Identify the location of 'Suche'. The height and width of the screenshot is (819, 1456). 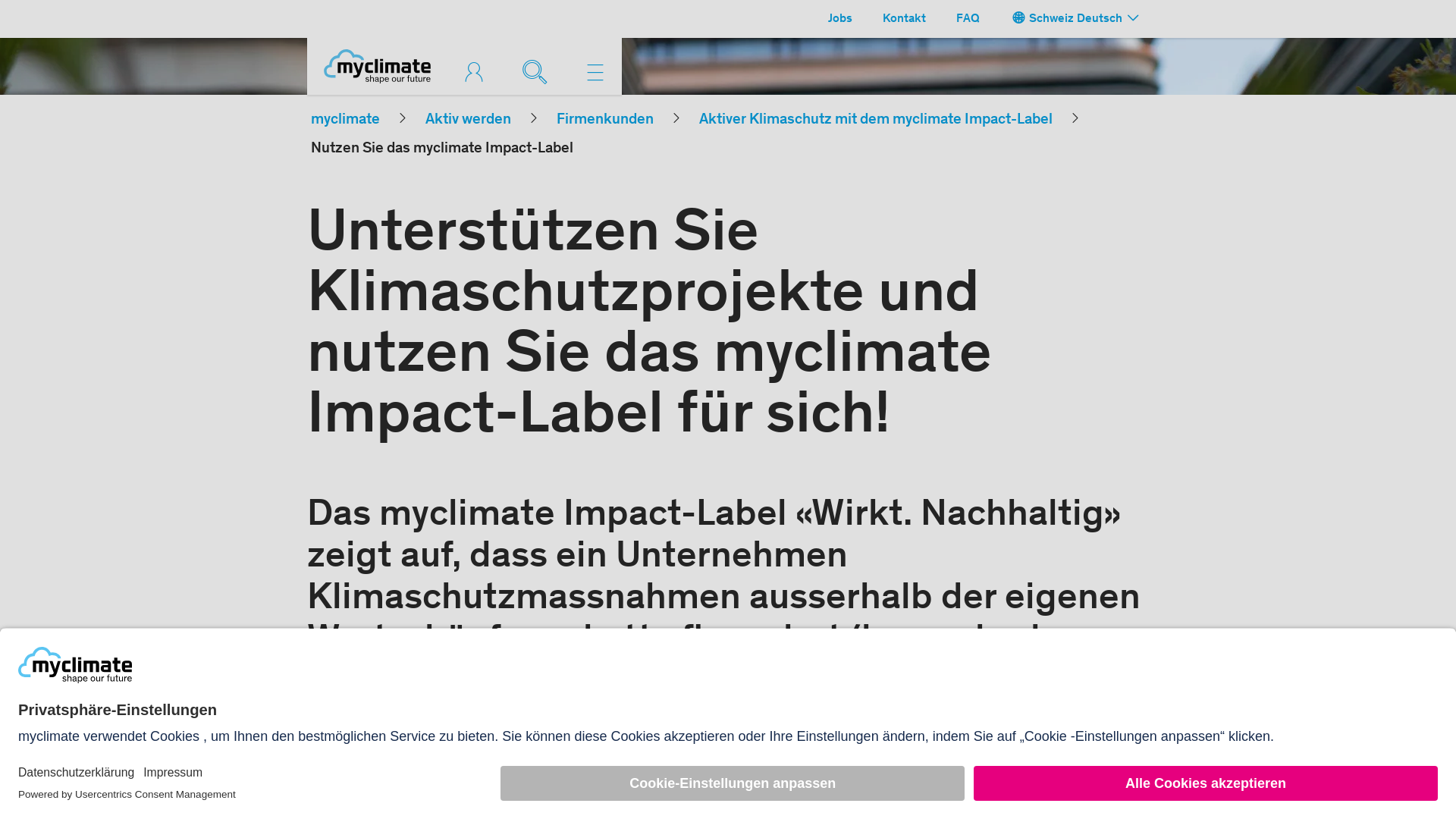
(538, 70).